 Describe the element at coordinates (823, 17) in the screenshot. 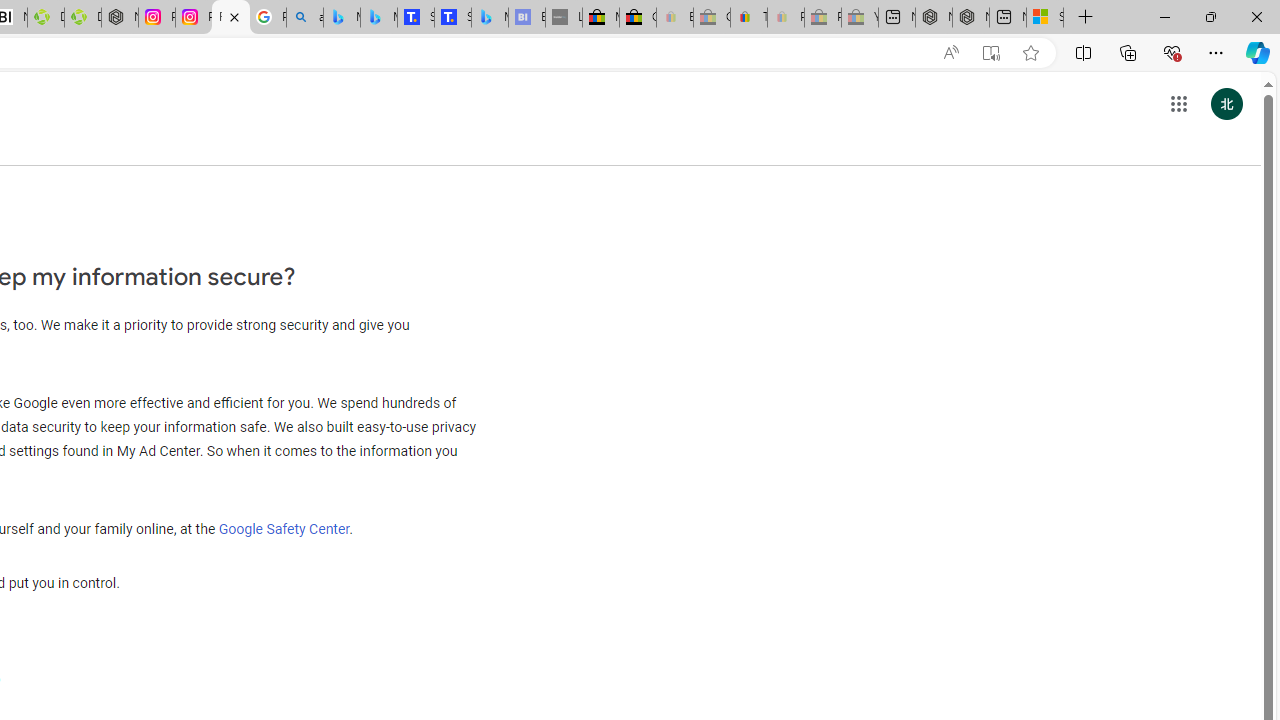

I see `'Press Room - eBay Inc. - Sleeping'` at that location.